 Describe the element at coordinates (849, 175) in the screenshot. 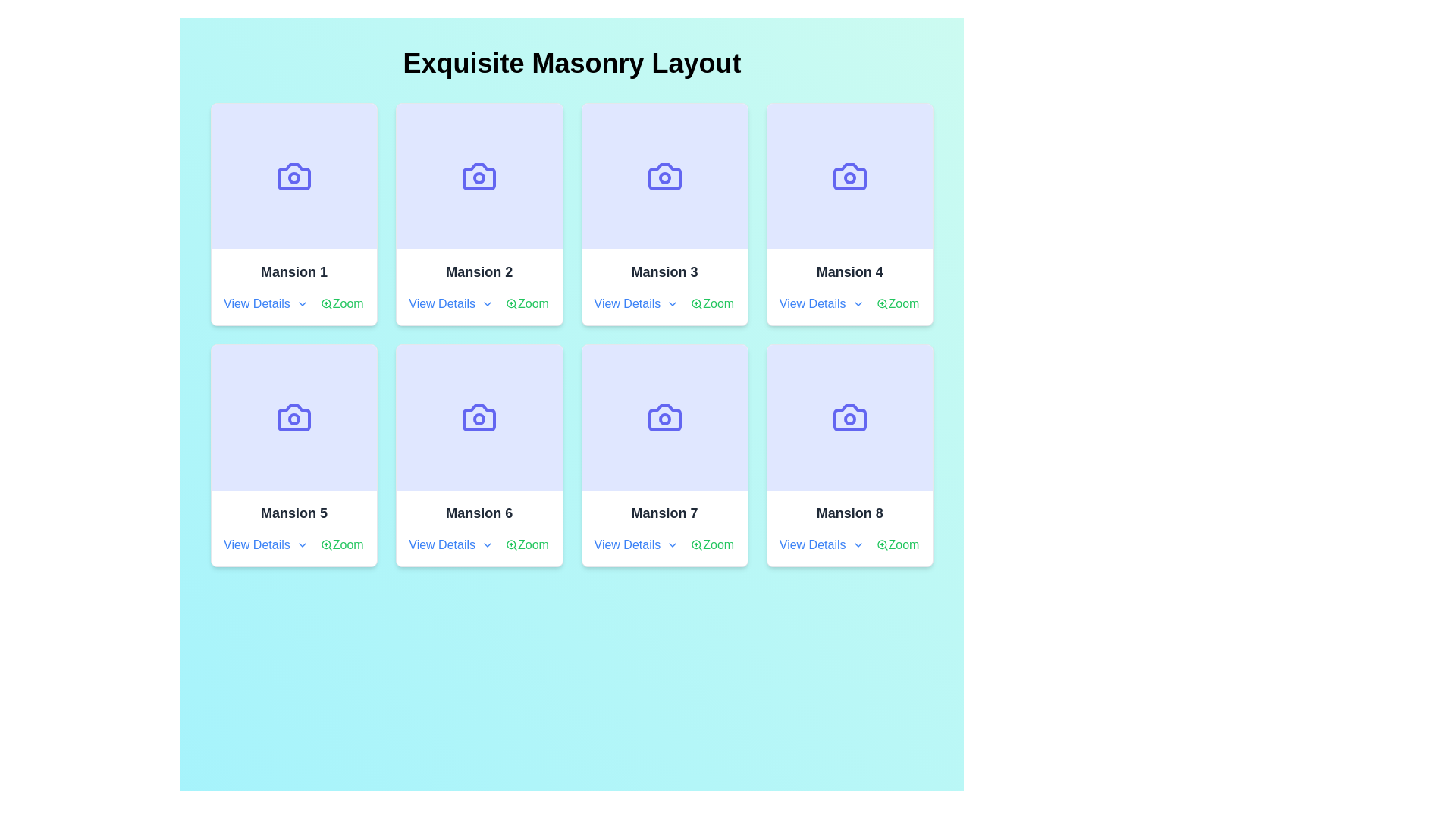

I see `the Image placeholder with an icon located in the fourth card of the top row labeled 'Mansion 4'` at that location.